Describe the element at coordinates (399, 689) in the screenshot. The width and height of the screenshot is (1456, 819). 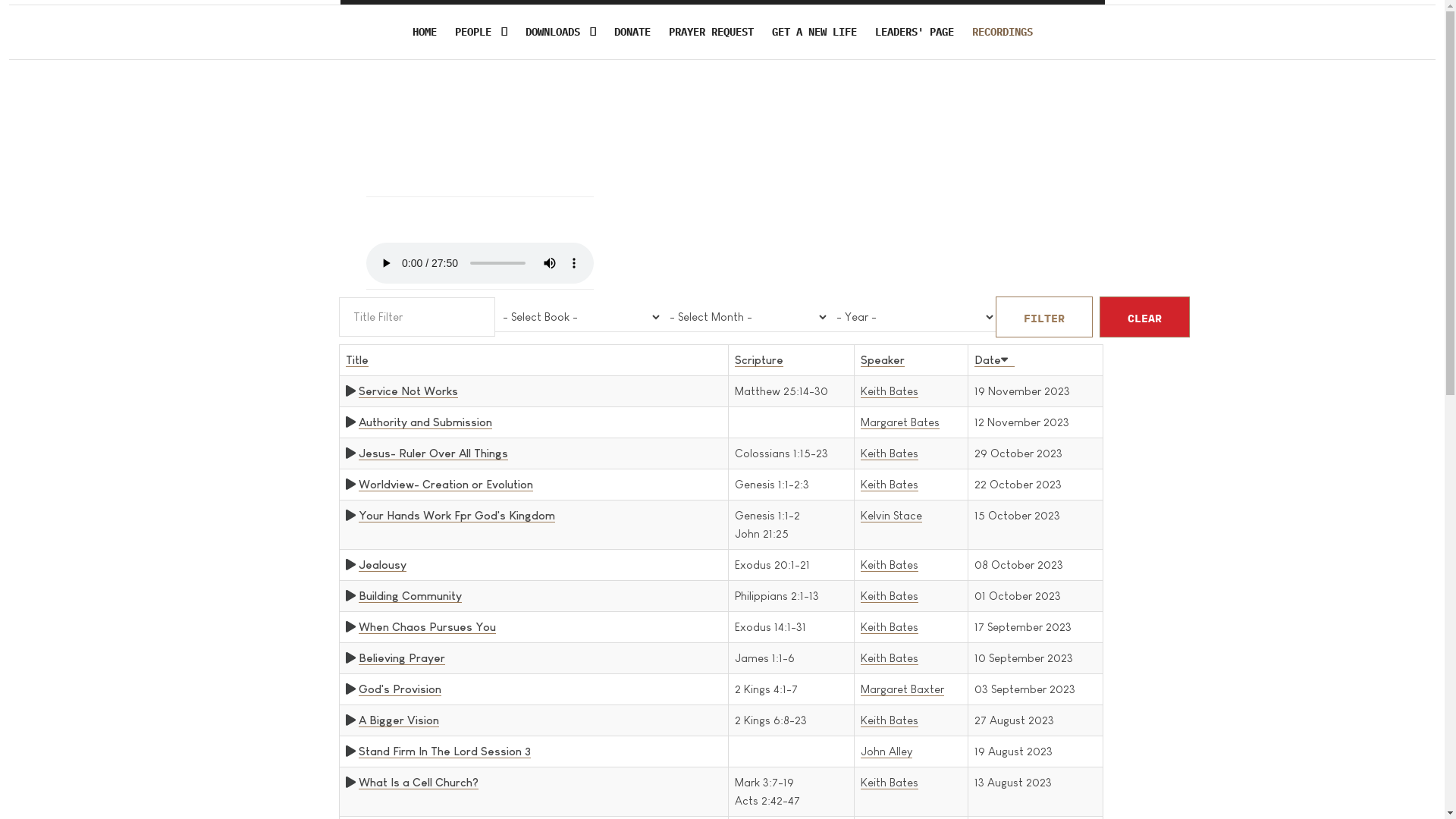
I see `'God's Provision'` at that location.